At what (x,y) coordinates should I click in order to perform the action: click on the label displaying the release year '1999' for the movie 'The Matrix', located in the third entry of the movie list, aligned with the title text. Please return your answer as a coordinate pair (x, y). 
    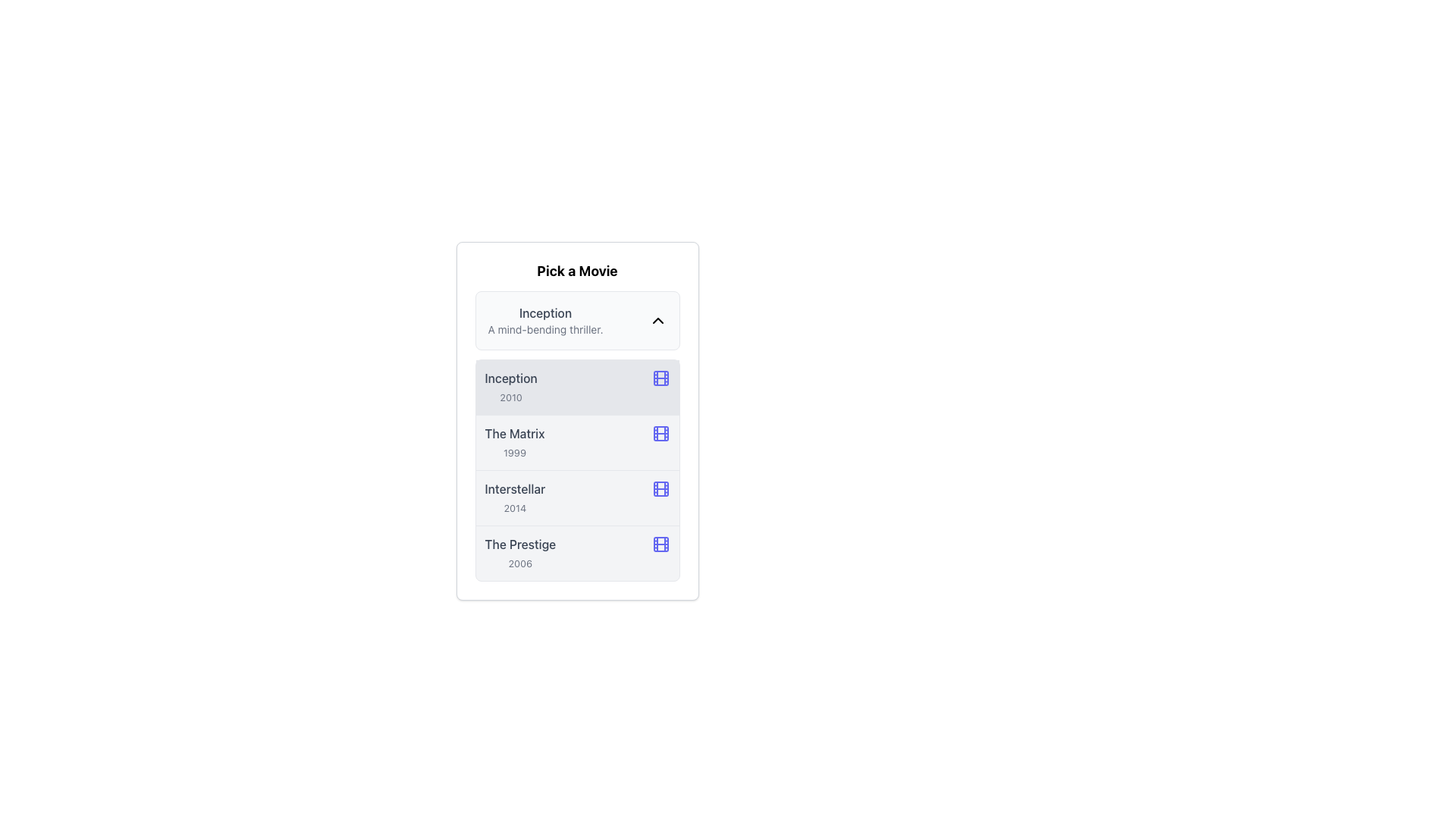
    Looking at the image, I should click on (514, 452).